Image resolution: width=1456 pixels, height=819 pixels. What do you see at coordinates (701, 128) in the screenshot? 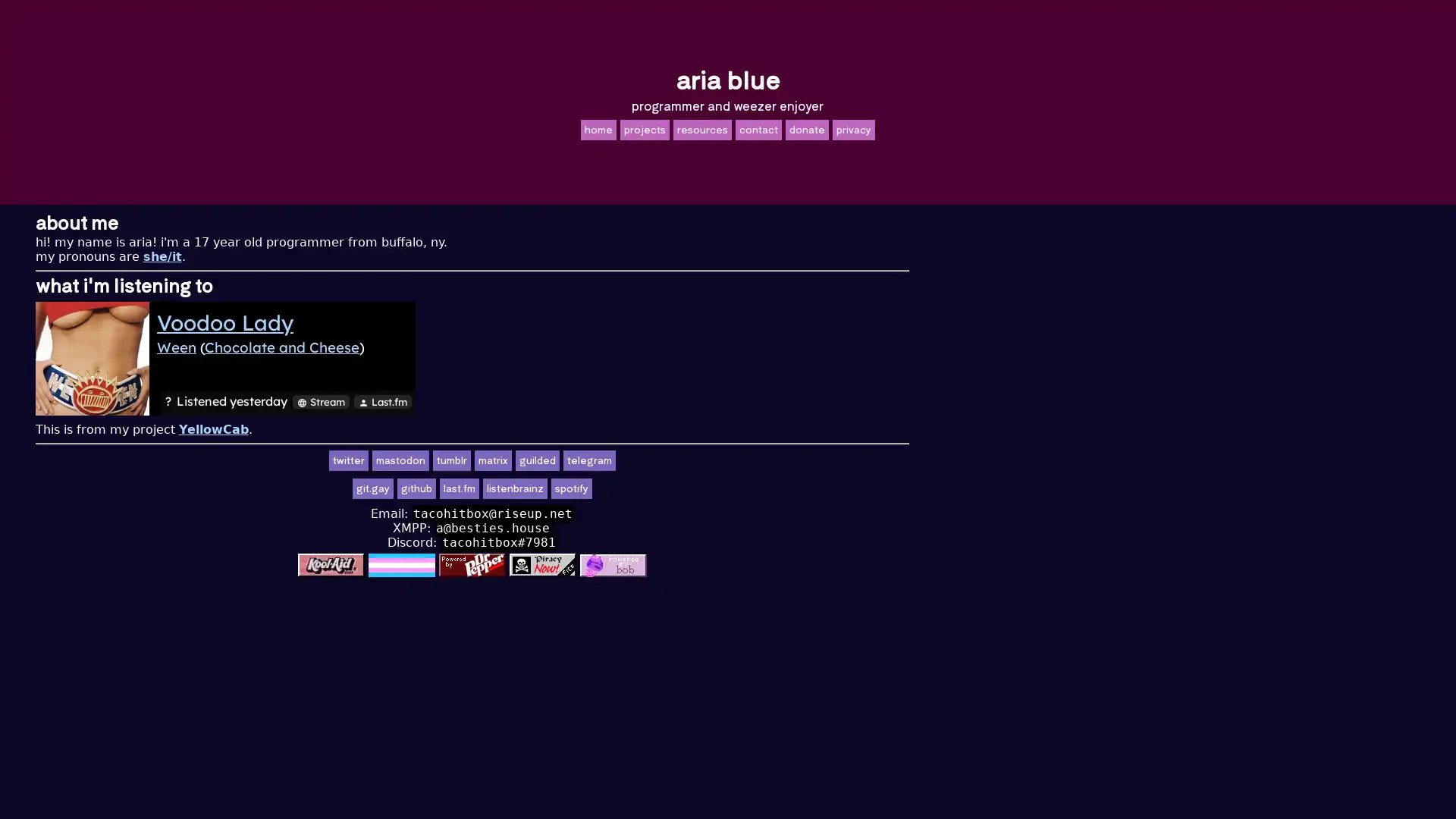
I see `resources` at bounding box center [701, 128].